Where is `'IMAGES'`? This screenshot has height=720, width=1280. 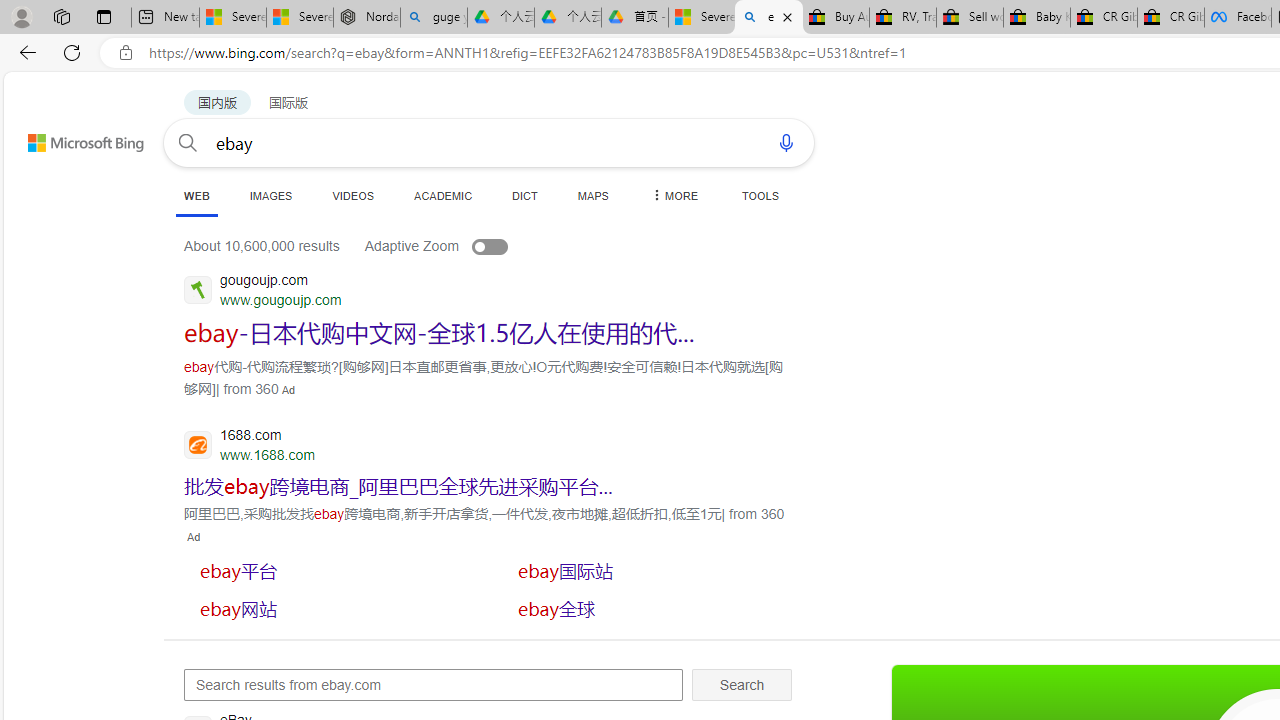 'IMAGES' is located at coordinates (269, 195).